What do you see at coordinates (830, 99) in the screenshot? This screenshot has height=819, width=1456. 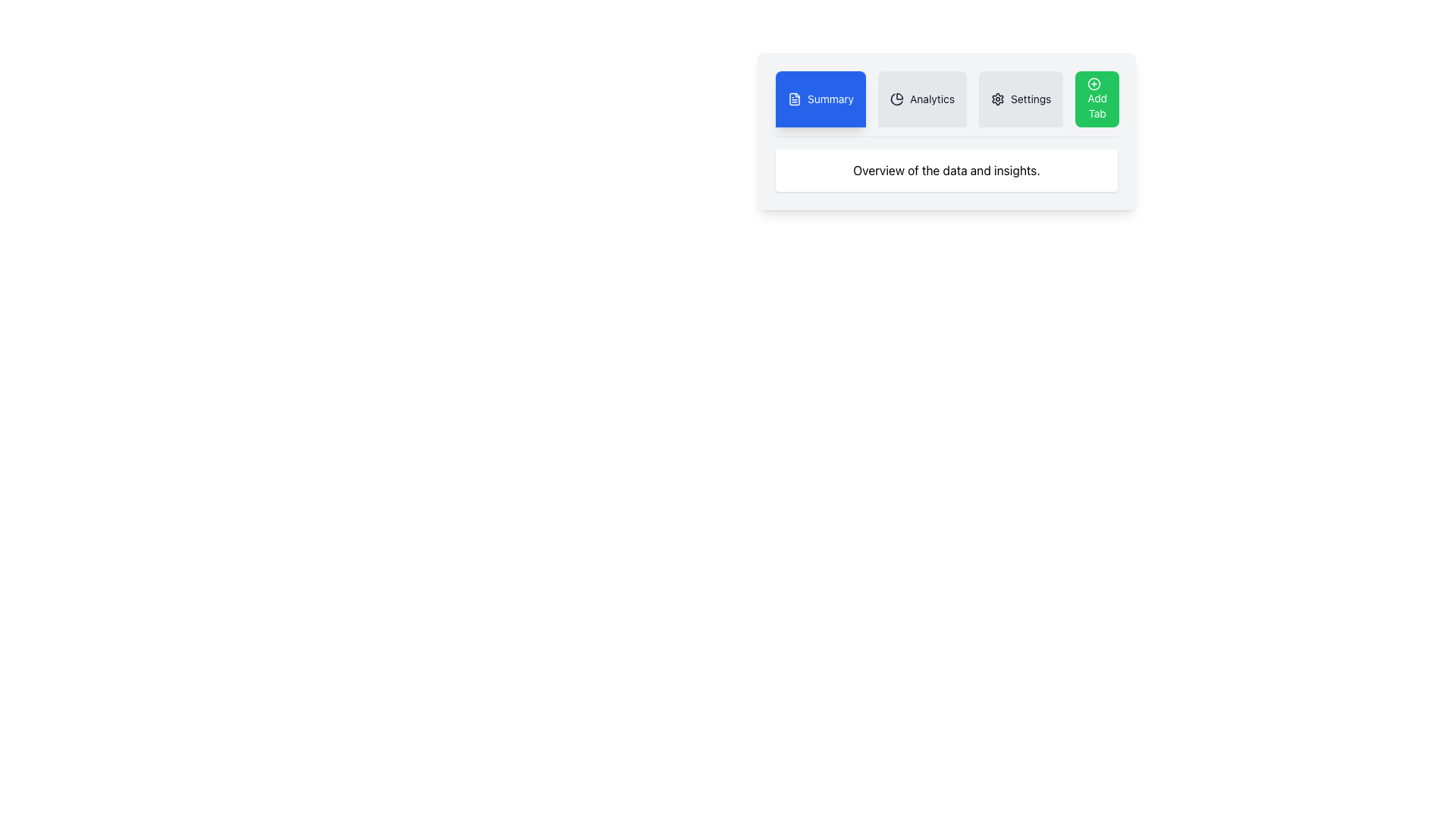 I see `the 'Summary' button, which displays the text in white font on a blue rectangular background` at bounding box center [830, 99].